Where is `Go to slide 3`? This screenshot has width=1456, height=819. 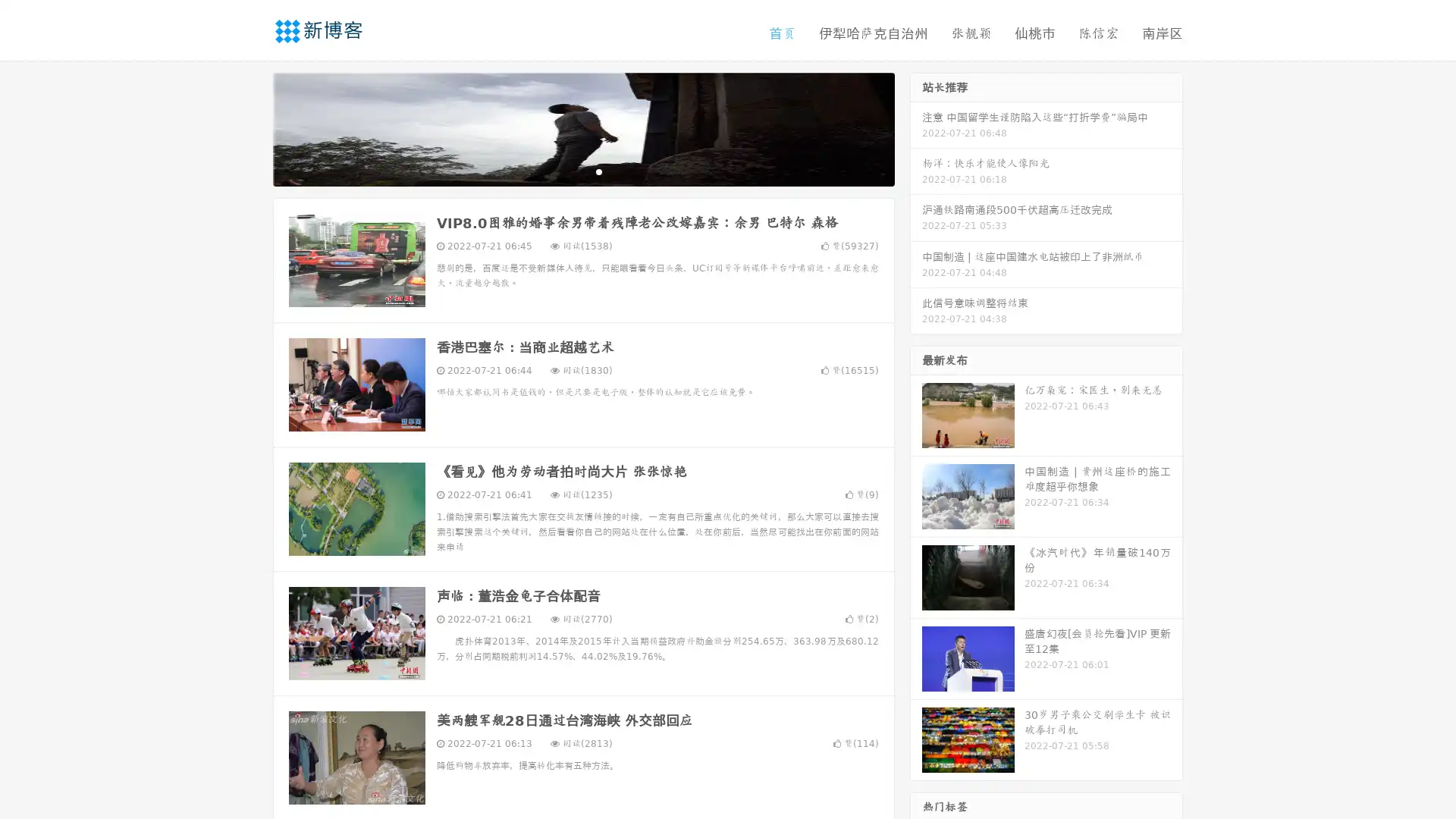
Go to slide 3 is located at coordinates (598, 171).